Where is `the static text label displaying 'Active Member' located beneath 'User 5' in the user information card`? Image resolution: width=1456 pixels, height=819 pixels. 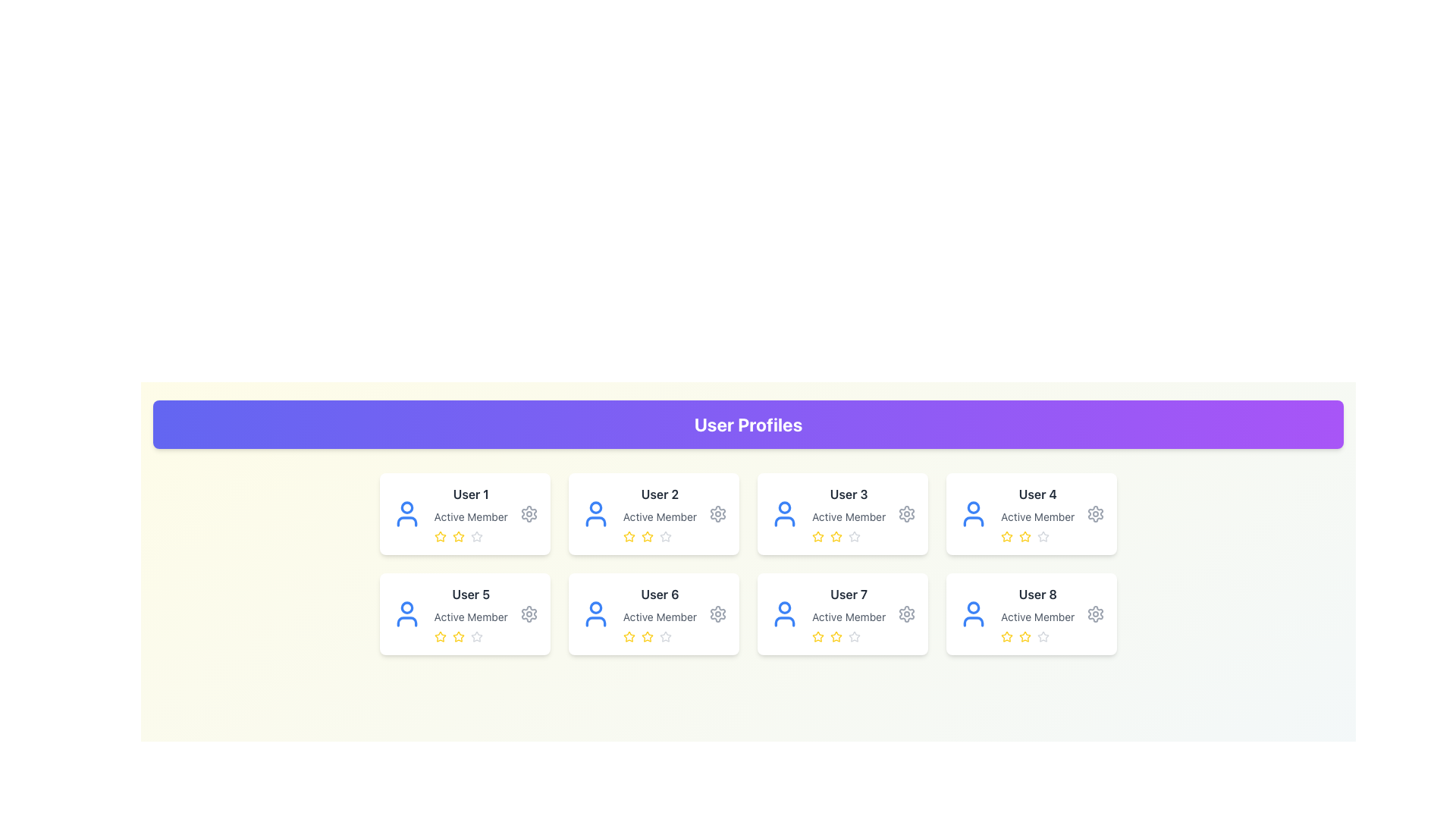 the static text label displaying 'Active Member' located beneath 'User 5' in the user information card is located at coordinates (470, 617).